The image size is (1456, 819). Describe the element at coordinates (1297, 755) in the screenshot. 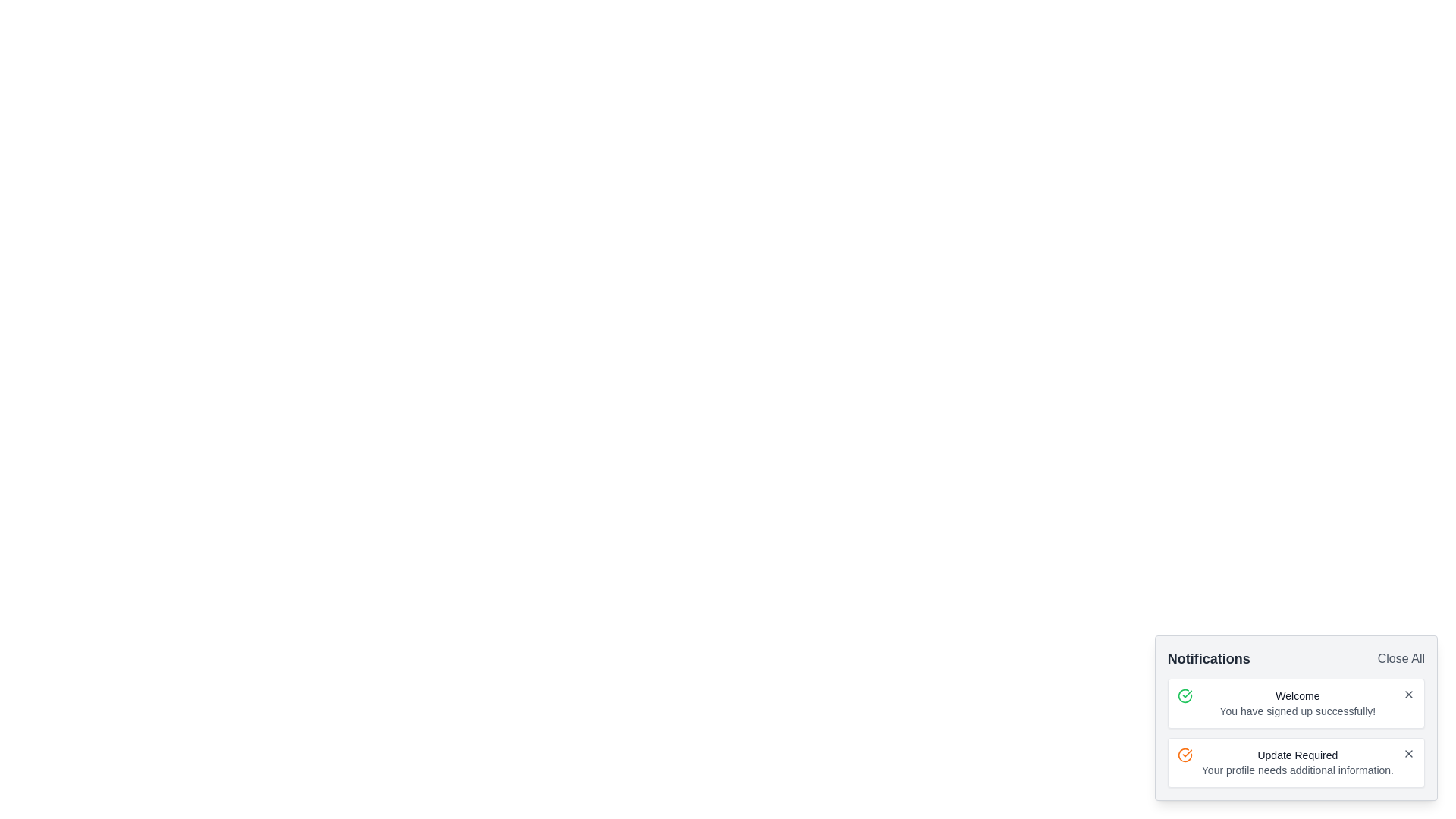

I see `the text label displaying 'Update Required' in bold, dark gray font located in the Notifications section of the notification card` at that location.